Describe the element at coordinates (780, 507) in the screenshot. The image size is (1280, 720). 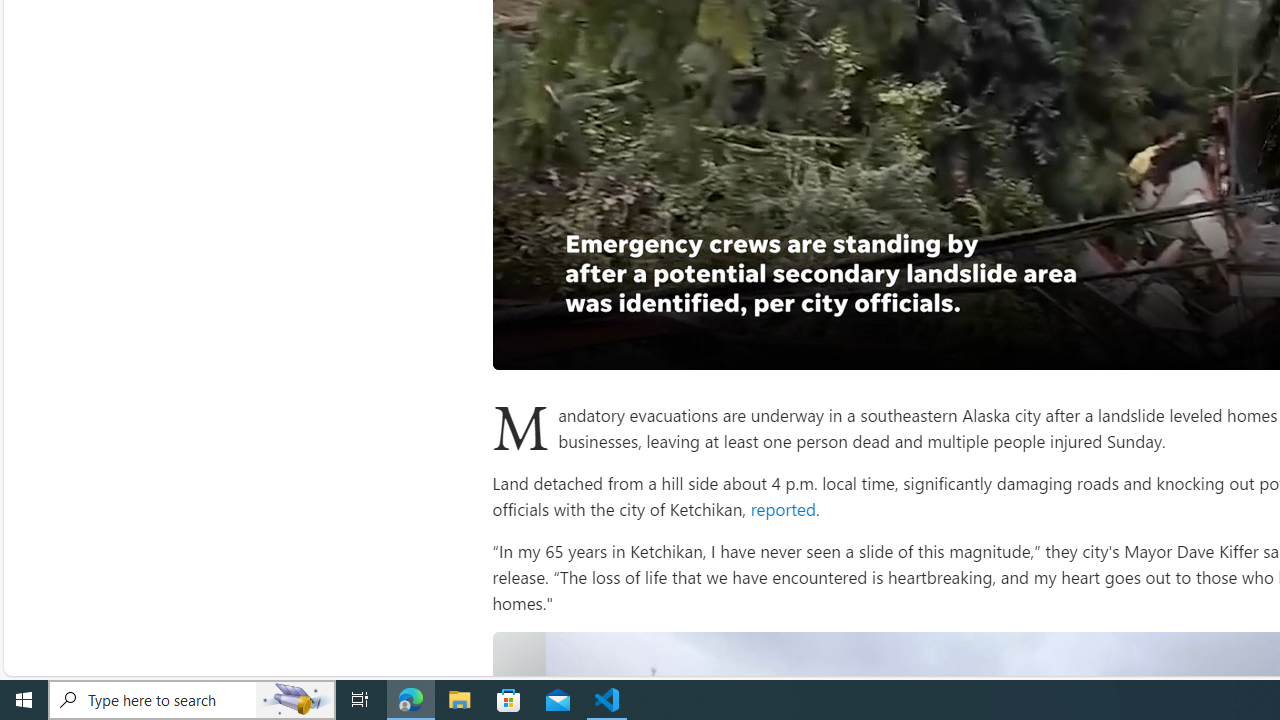
I see `' reported'` at that location.